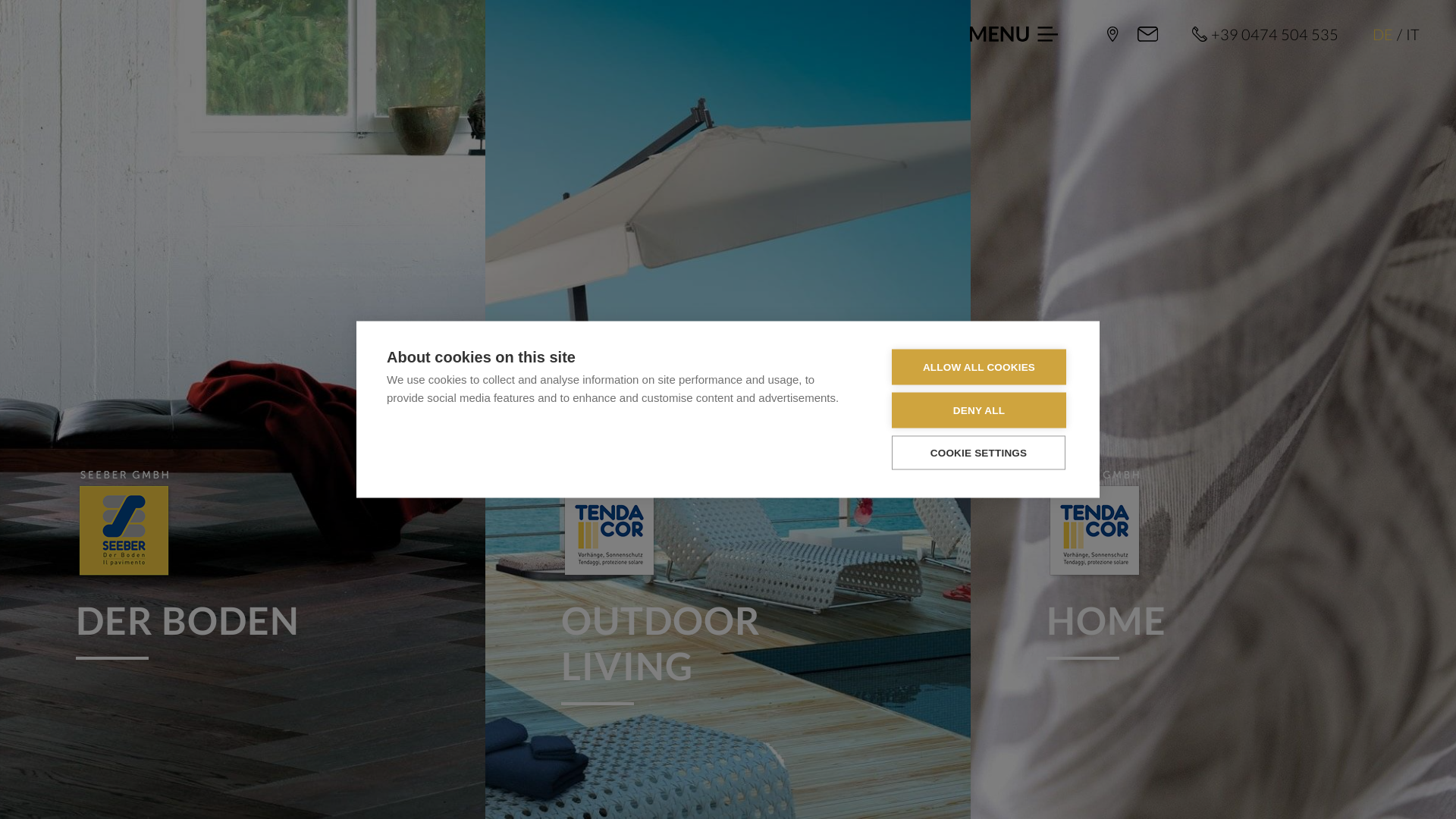  Describe the element at coordinates (1212, 565) in the screenshot. I see `'HOME'` at that location.